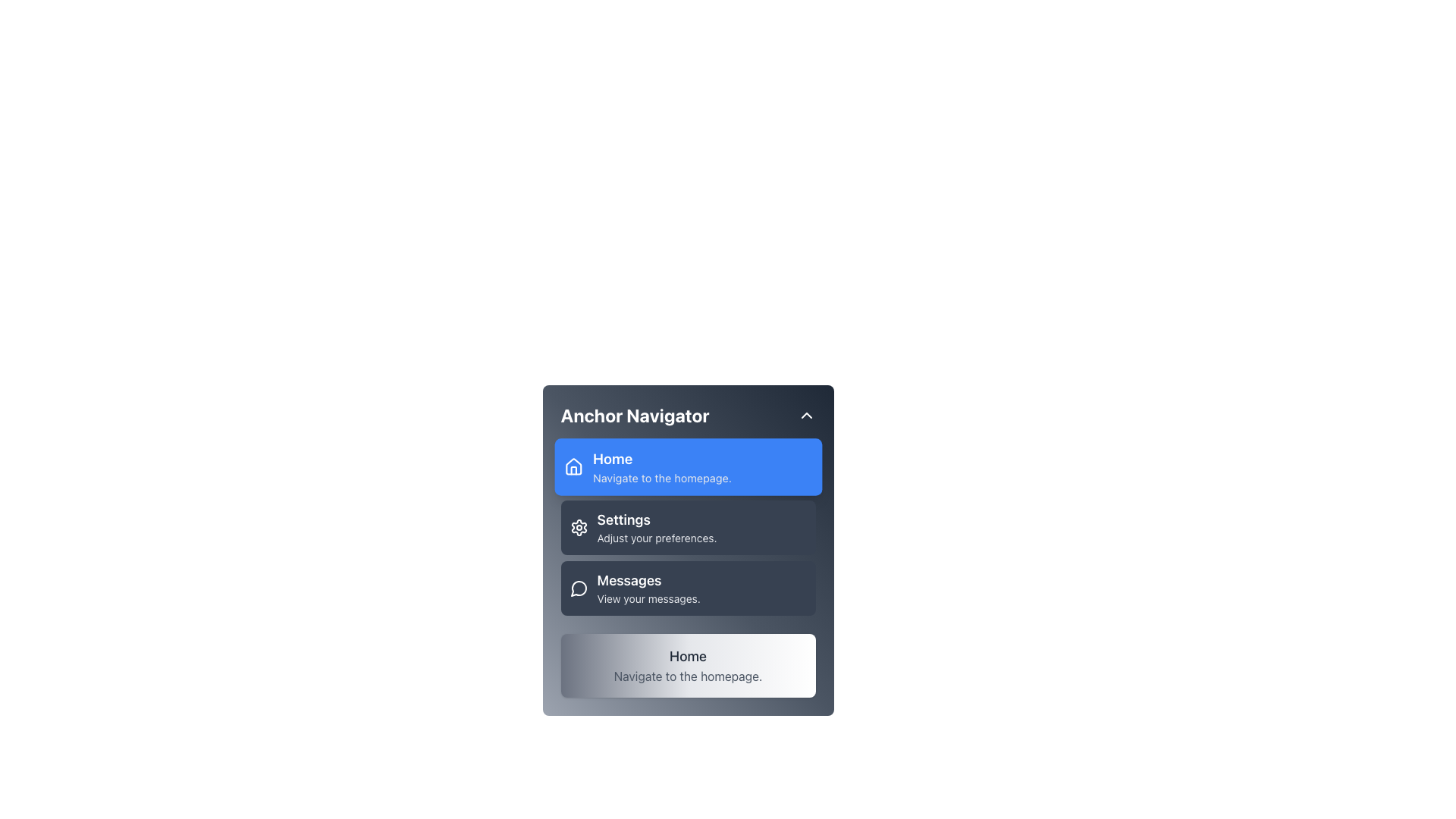 This screenshot has width=1456, height=819. Describe the element at coordinates (578, 526) in the screenshot. I see `the gear-like settings icon located in the middle section of the interface` at that location.